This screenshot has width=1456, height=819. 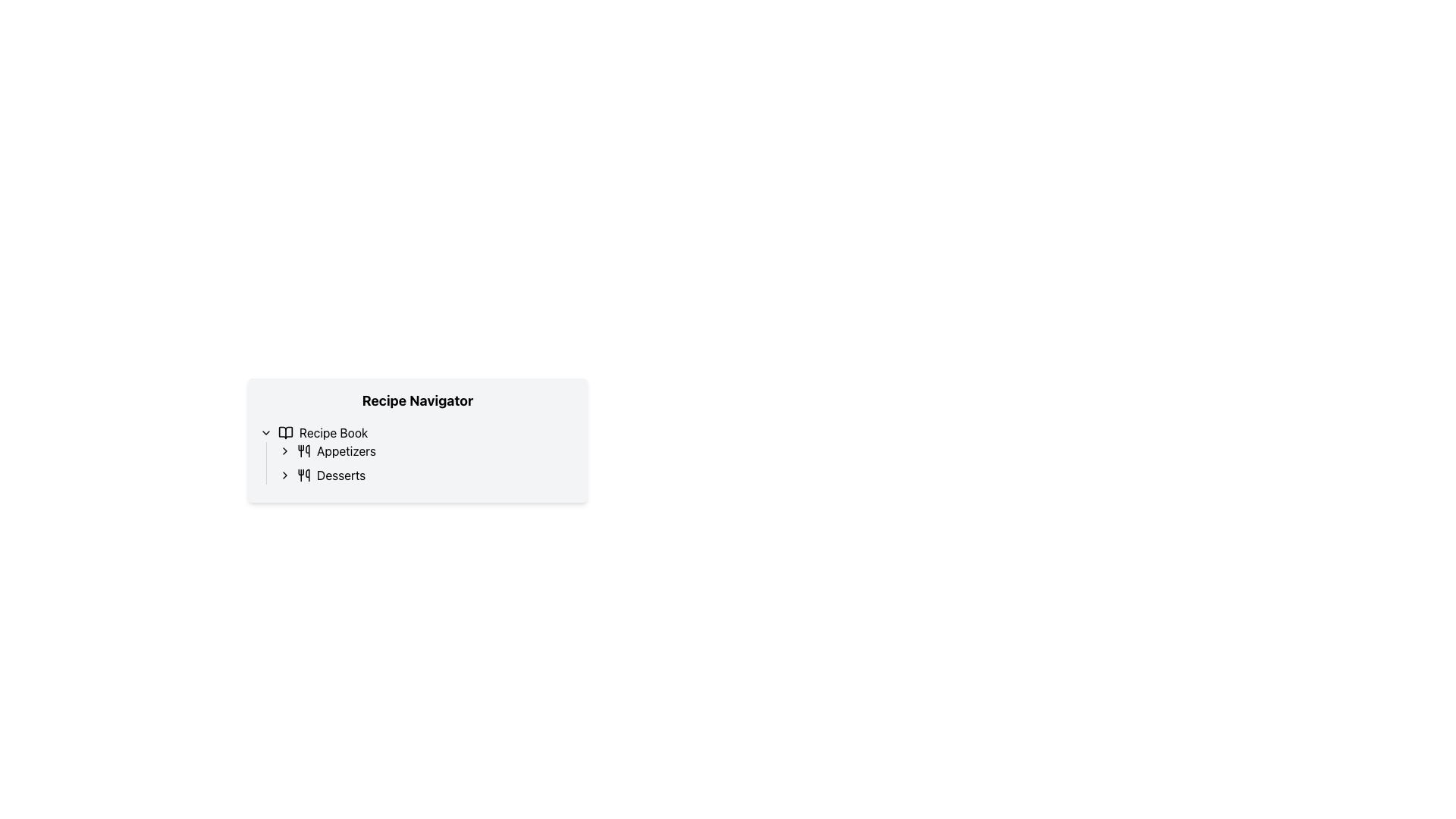 What do you see at coordinates (333, 432) in the screenshot?
I see `the 'Recipe Book' text label located in the 'Recipe Navigator' panel, which is the first item in the list next to a book icon` at bounding box center [333, 432].